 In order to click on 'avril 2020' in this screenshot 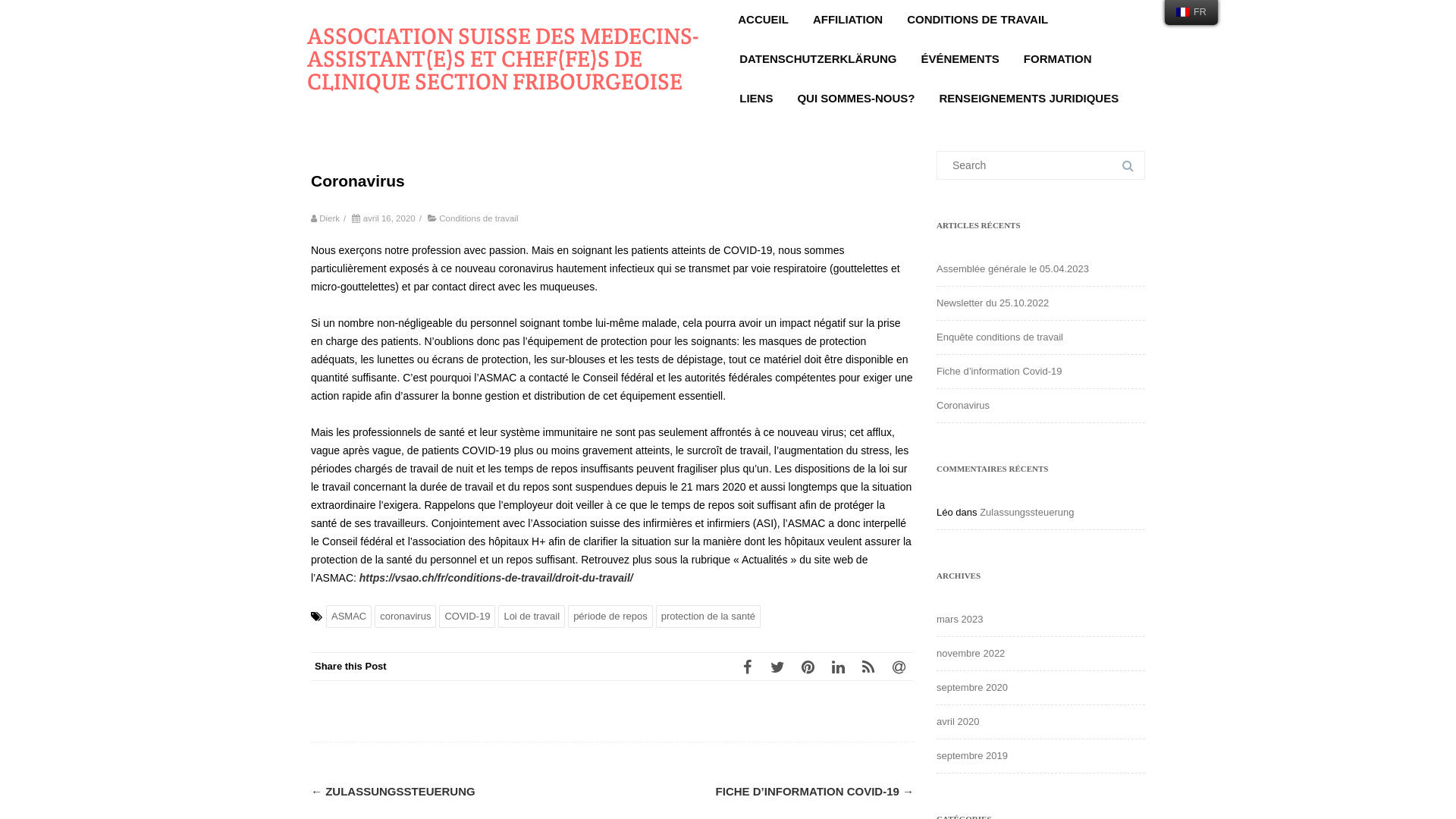, I will do `click(956, 720)`.